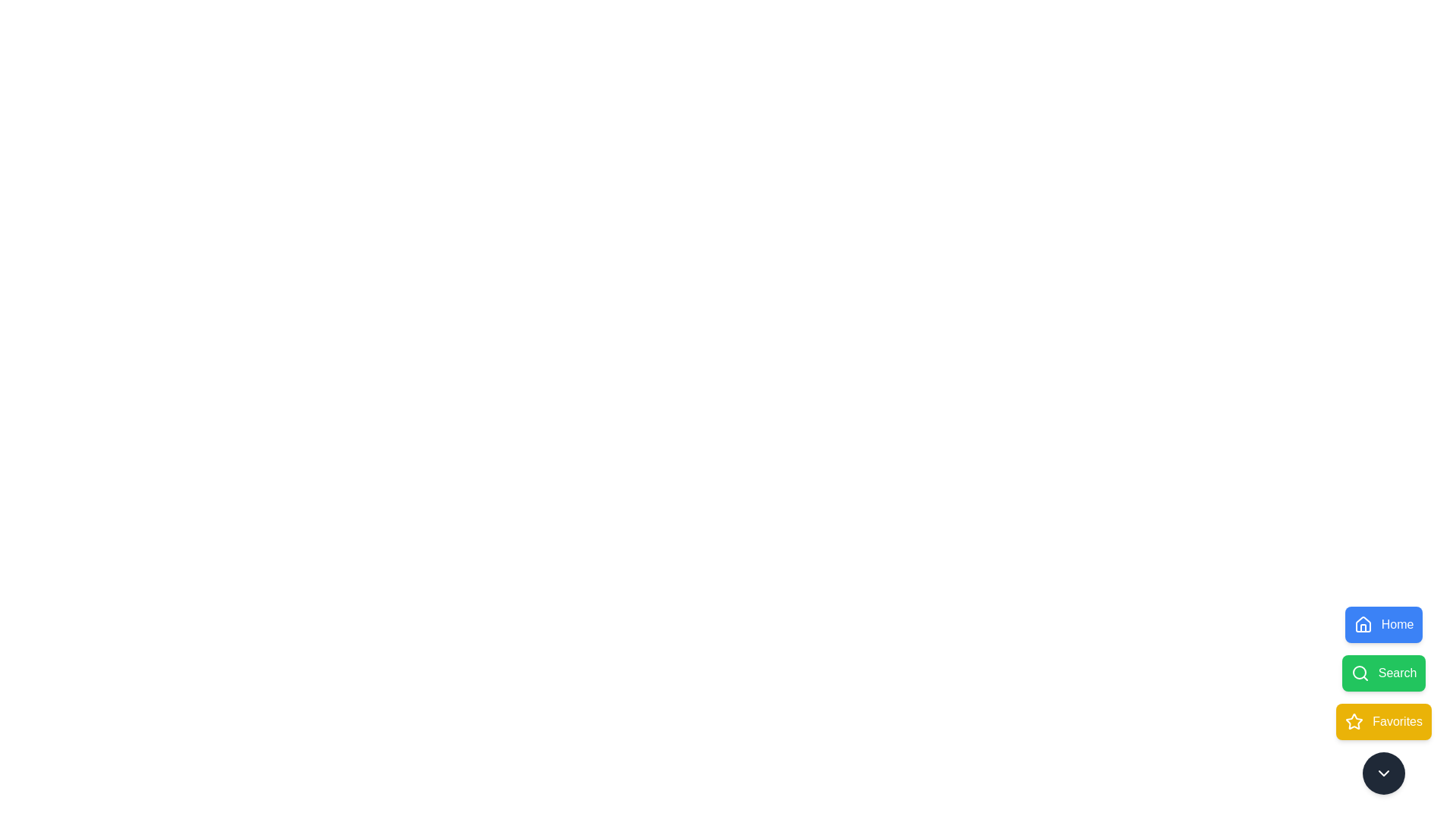 Image resolution: width=1456 pixels, height=819 pixels. What do you see at coordinates (1383, 721) in the screenshot?
I see `the Favorites button to select the corresponding shortcut` at bounding box center [1383, 721].